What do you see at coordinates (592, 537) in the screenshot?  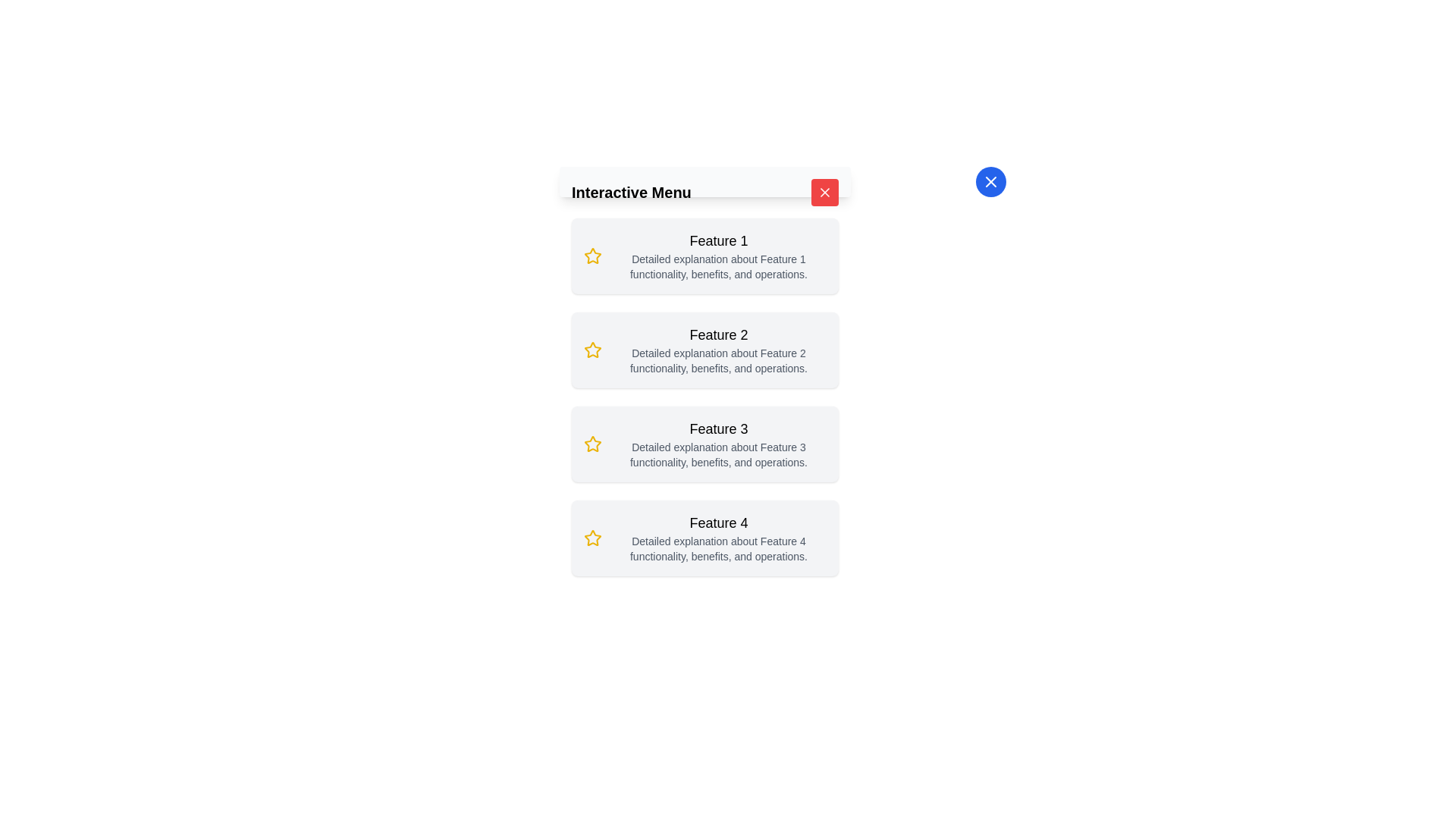 I see `the star icon representing the 'Feature 4'` at bounding box center [592, 537].